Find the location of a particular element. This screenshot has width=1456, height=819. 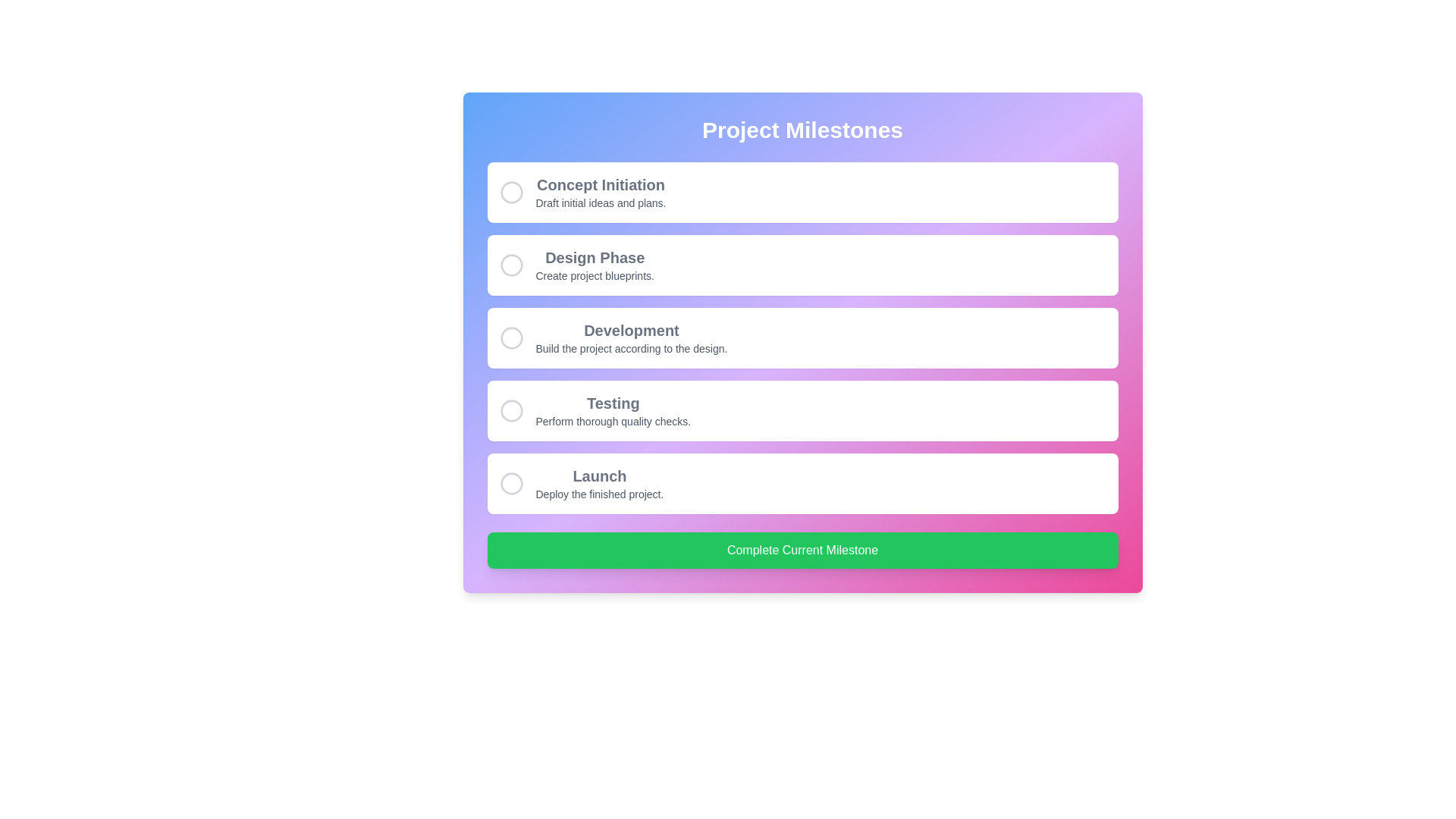

text of the List Item with Text labeled 'Development' which is the third milestone under 'Project Milestones' is located at coordinates (631, 337).